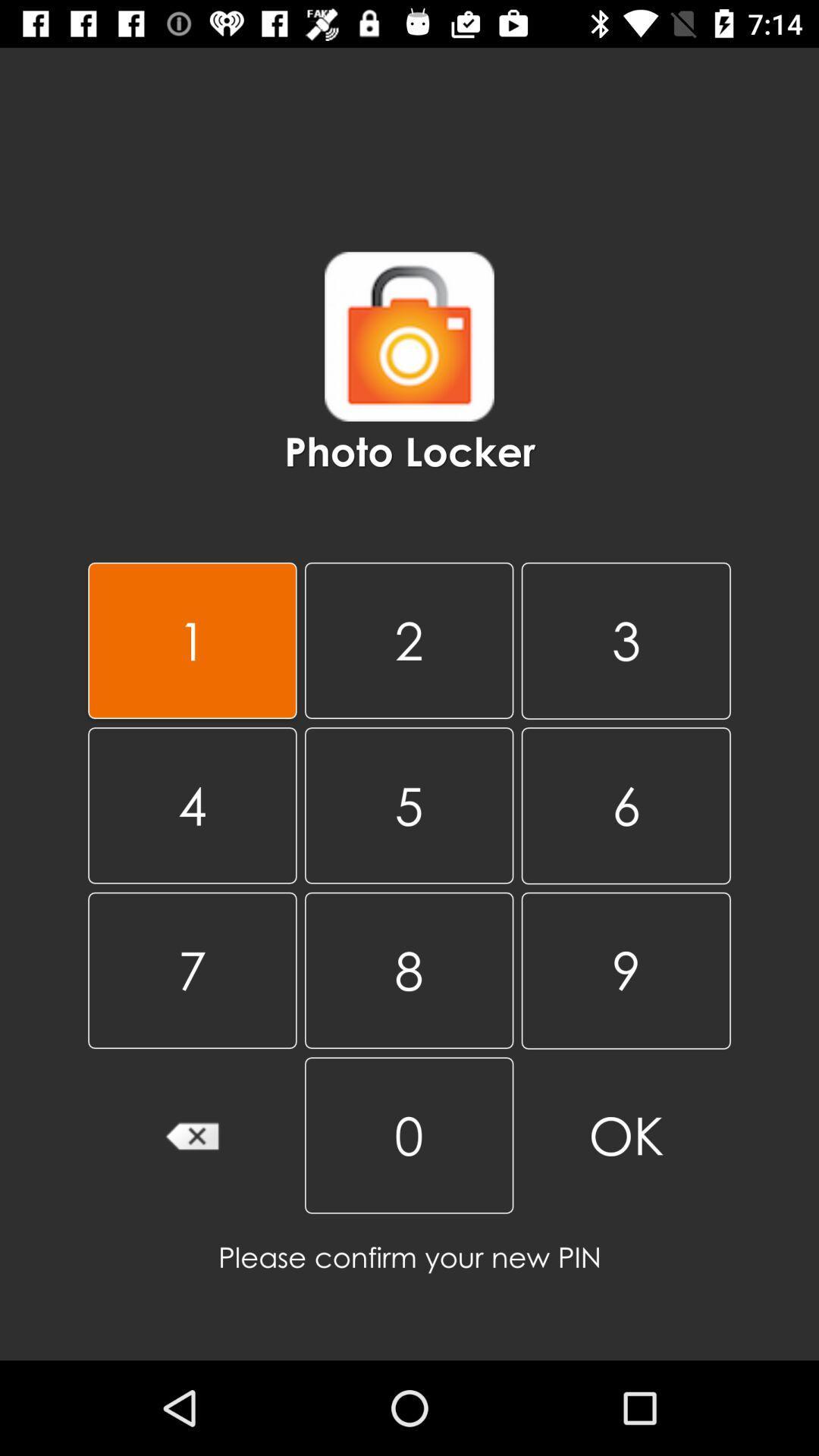  I want to click on the 2, so click(408, 640).